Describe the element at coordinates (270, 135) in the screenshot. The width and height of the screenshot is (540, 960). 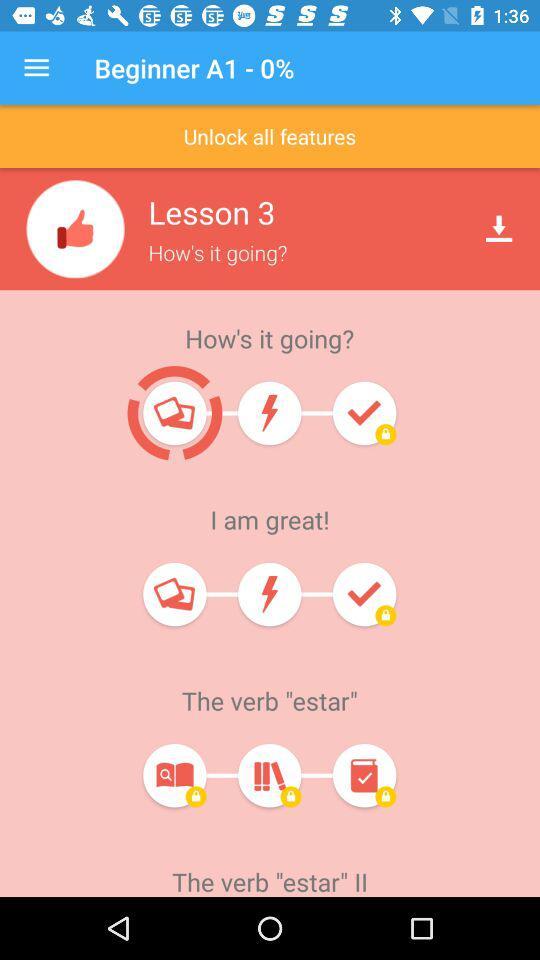
I see `the unlock all features` at that location.